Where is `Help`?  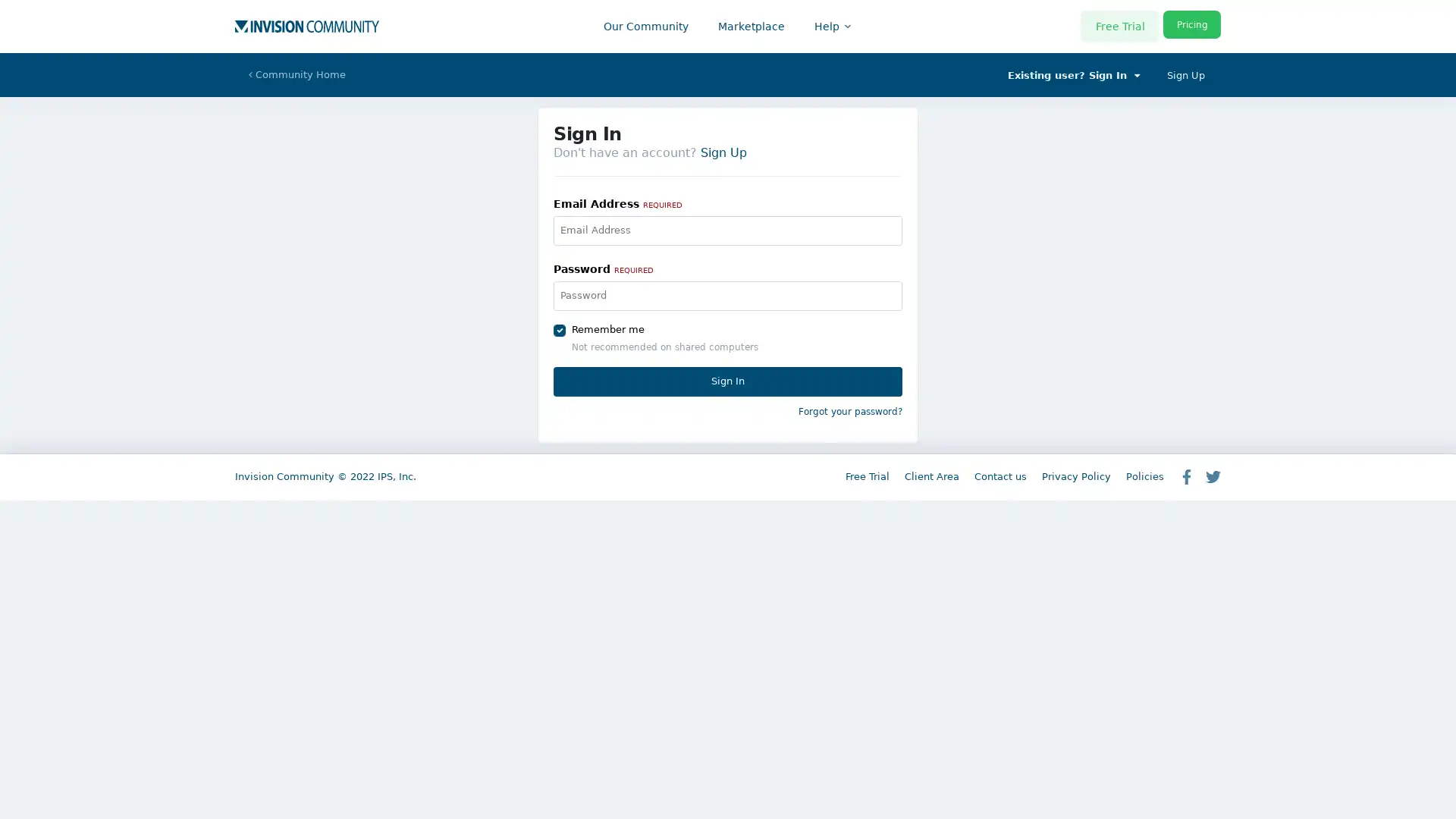
Help is located at coordinates (828, 26).